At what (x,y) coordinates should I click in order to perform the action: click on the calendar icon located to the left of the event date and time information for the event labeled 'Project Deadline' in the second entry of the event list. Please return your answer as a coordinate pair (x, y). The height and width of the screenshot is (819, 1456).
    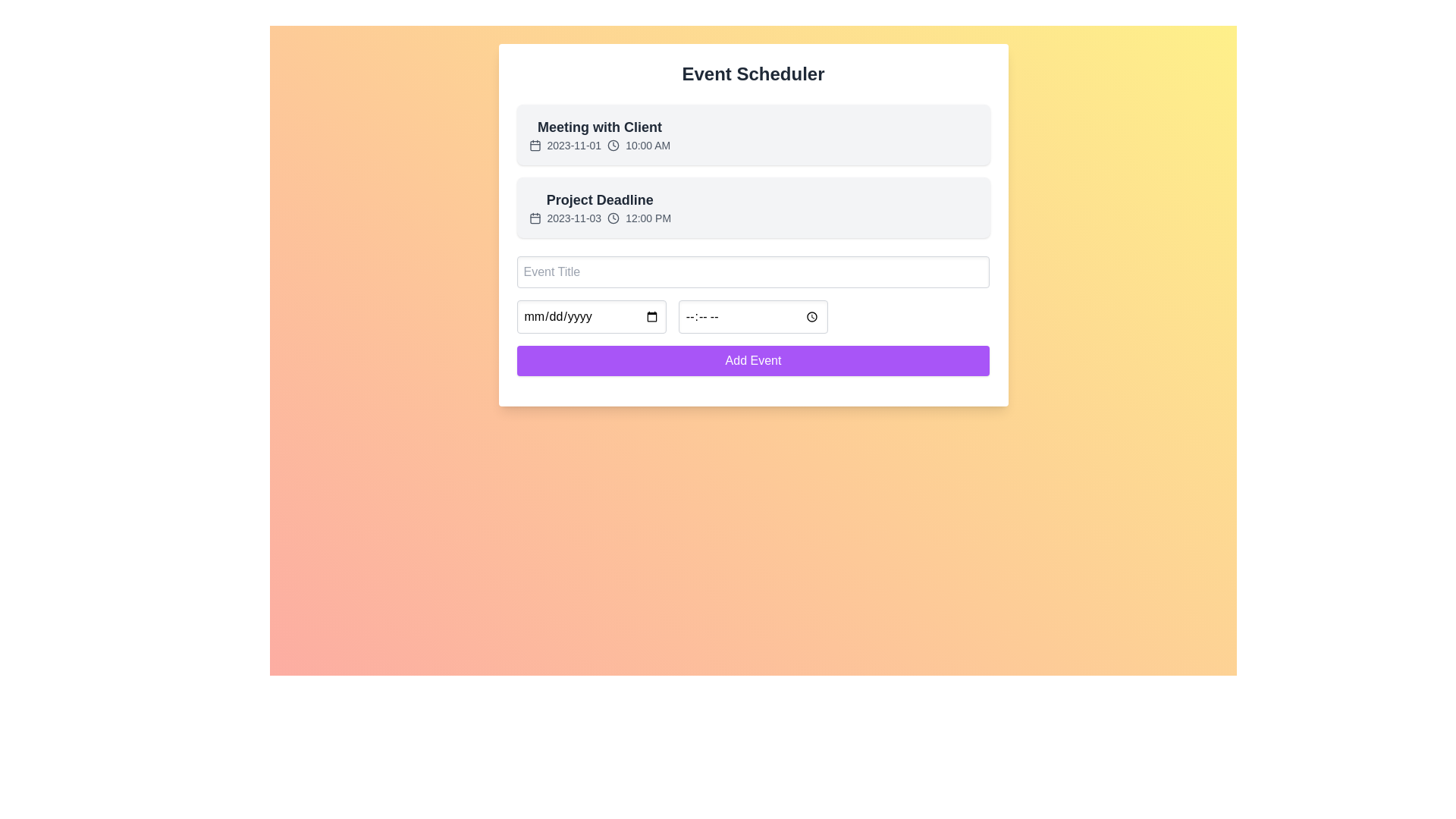
    Looking at the image, I should click on (535, 218).